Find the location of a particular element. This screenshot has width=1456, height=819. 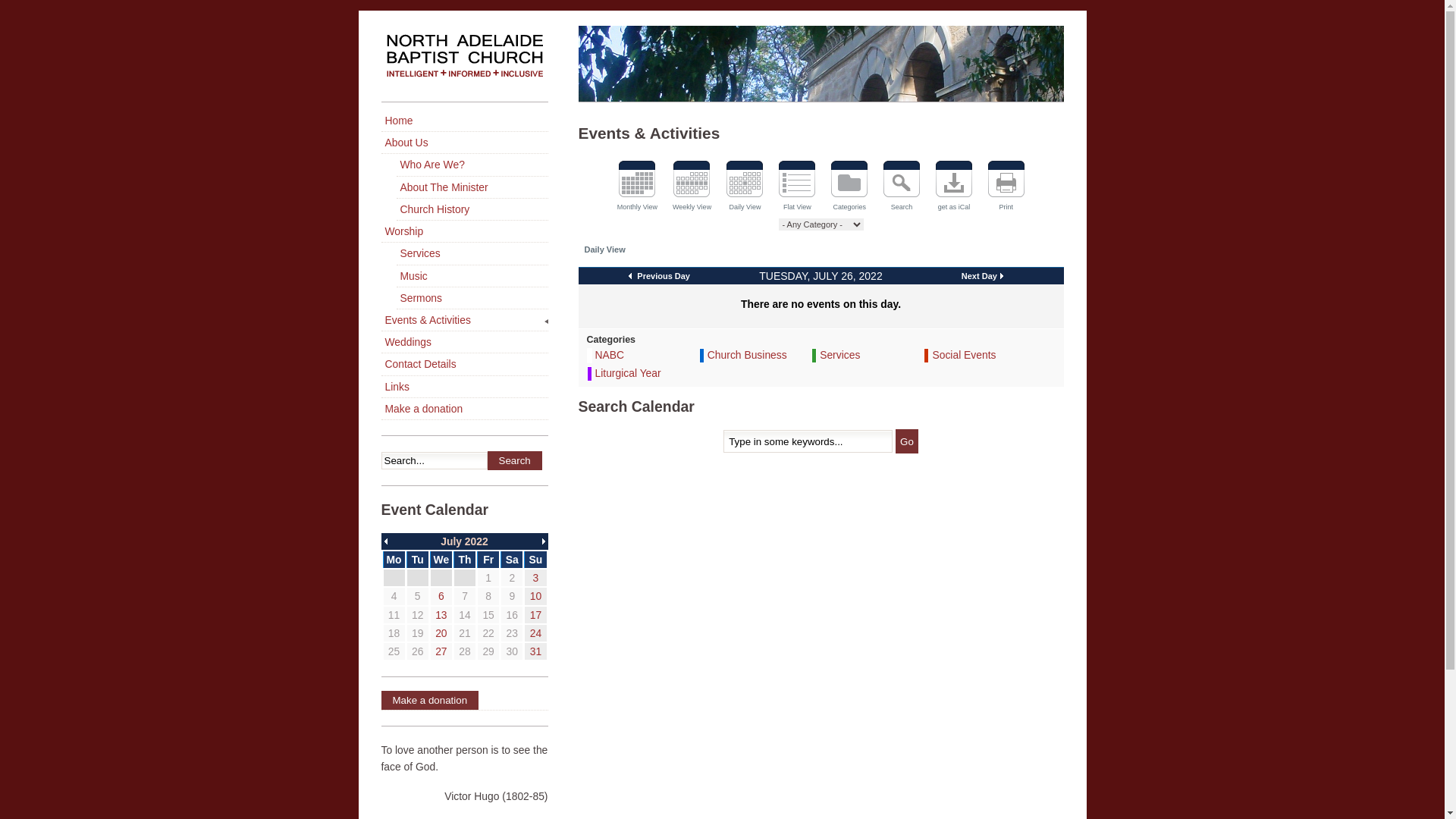

'Weekly View' is located at coordinates (691, 187).